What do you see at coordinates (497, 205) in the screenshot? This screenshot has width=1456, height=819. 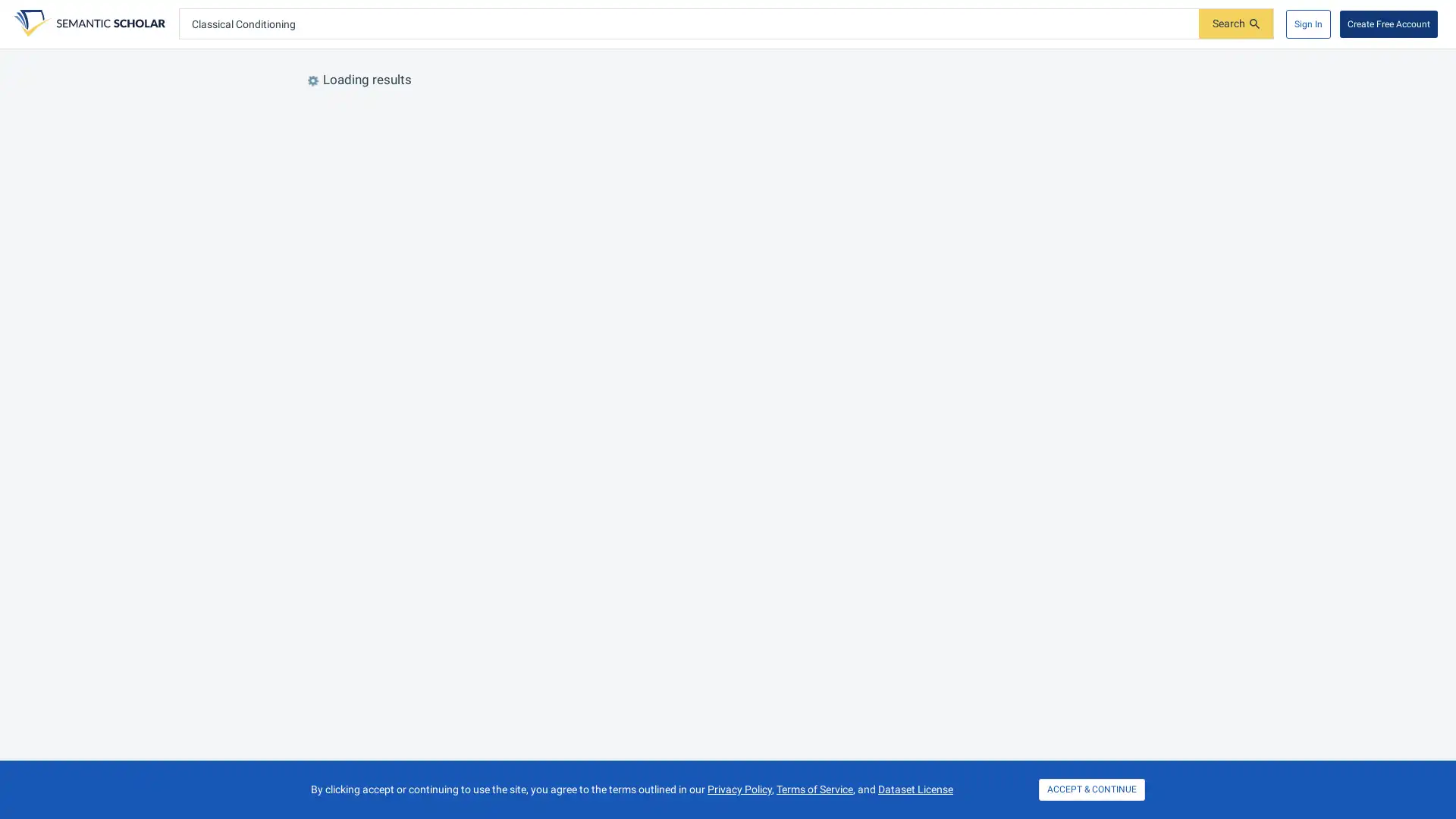 I see `Cite this paper` at bounding box center [497, 205].